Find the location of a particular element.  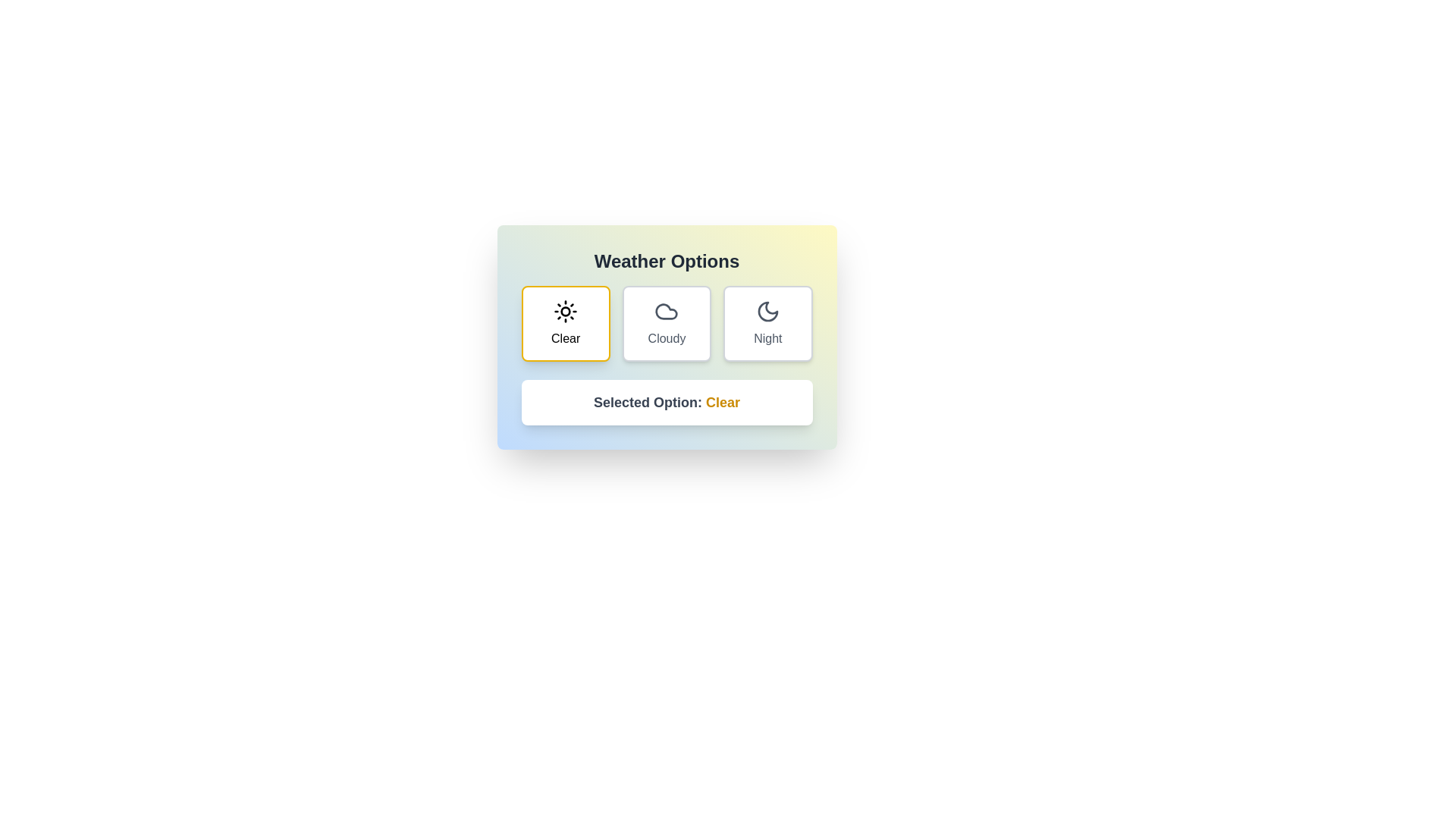

the 'Night' button in the weather options interface is located at coordinates (767, 323).